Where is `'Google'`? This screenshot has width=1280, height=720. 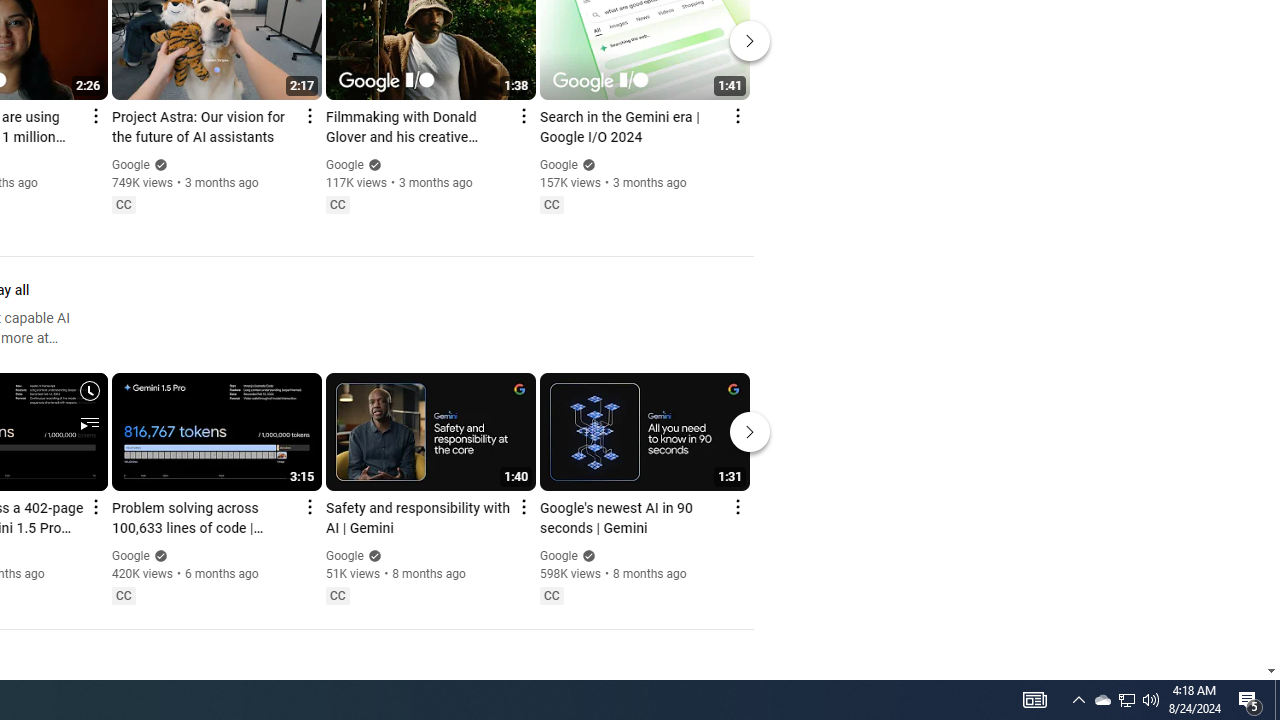 'Google' is located at coordinates (558, 556).